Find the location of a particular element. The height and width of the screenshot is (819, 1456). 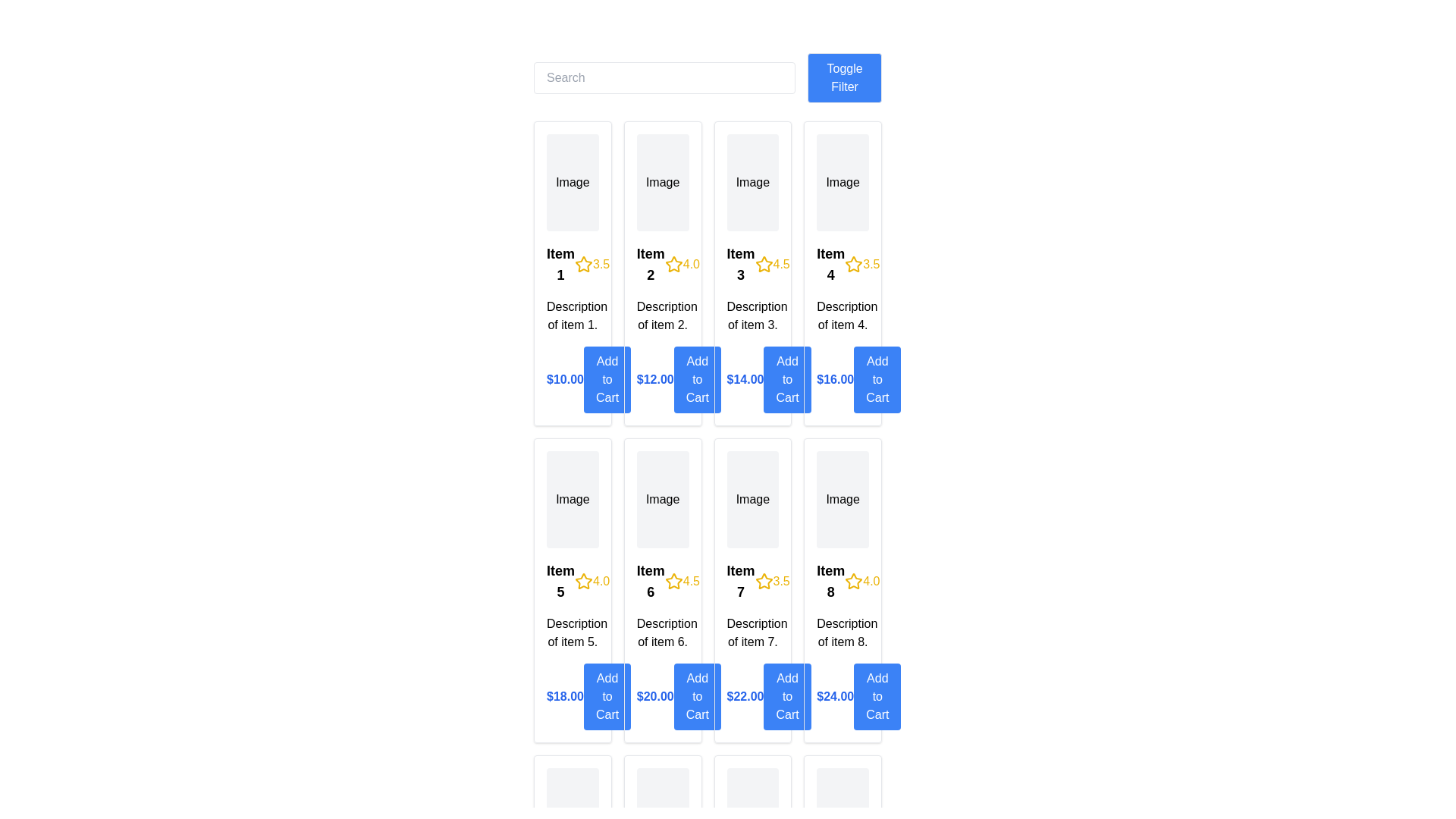

the Text Display element that shows the phrase 'Description of item 6.' within the product card for 'Item 6' is located at coordinates (663, 632).